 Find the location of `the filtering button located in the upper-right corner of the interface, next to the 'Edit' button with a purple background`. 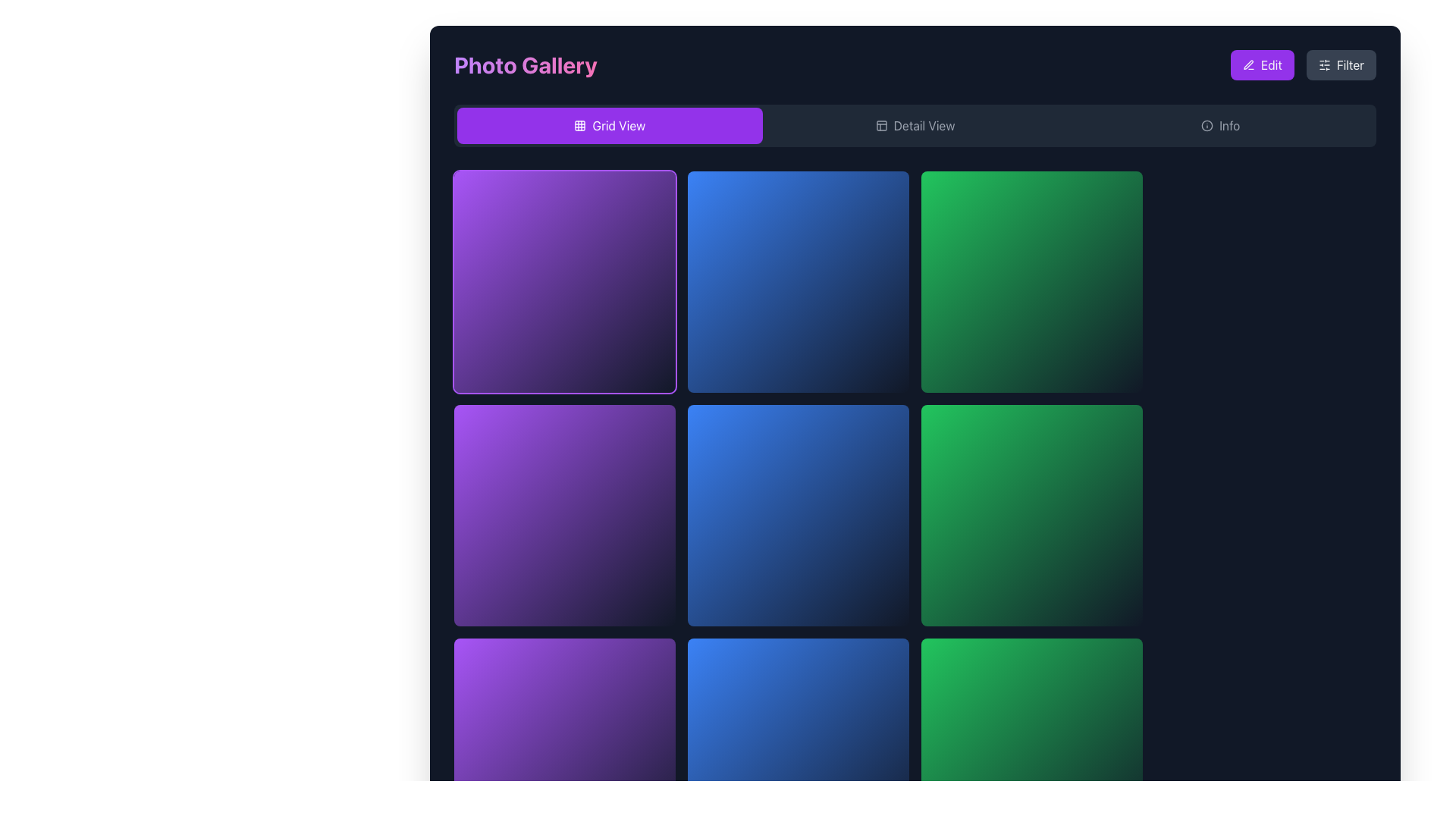

the filtering button located in the upper-right corner of the interface, next to the 'Edit' button with a purple background is located at coordinates (1302, 64).